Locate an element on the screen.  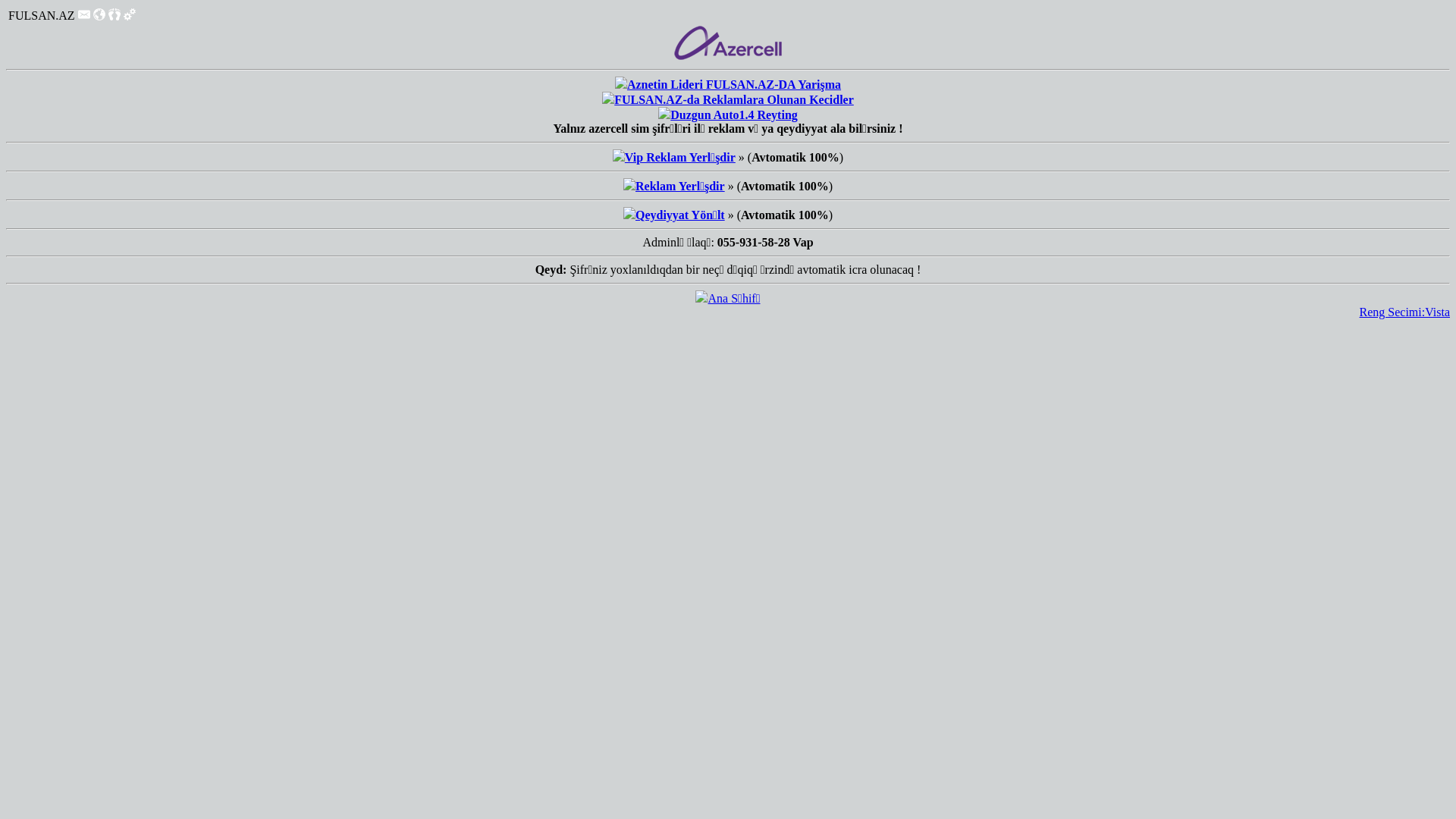
'Mesajlar' is located at coordinates (83, 16).